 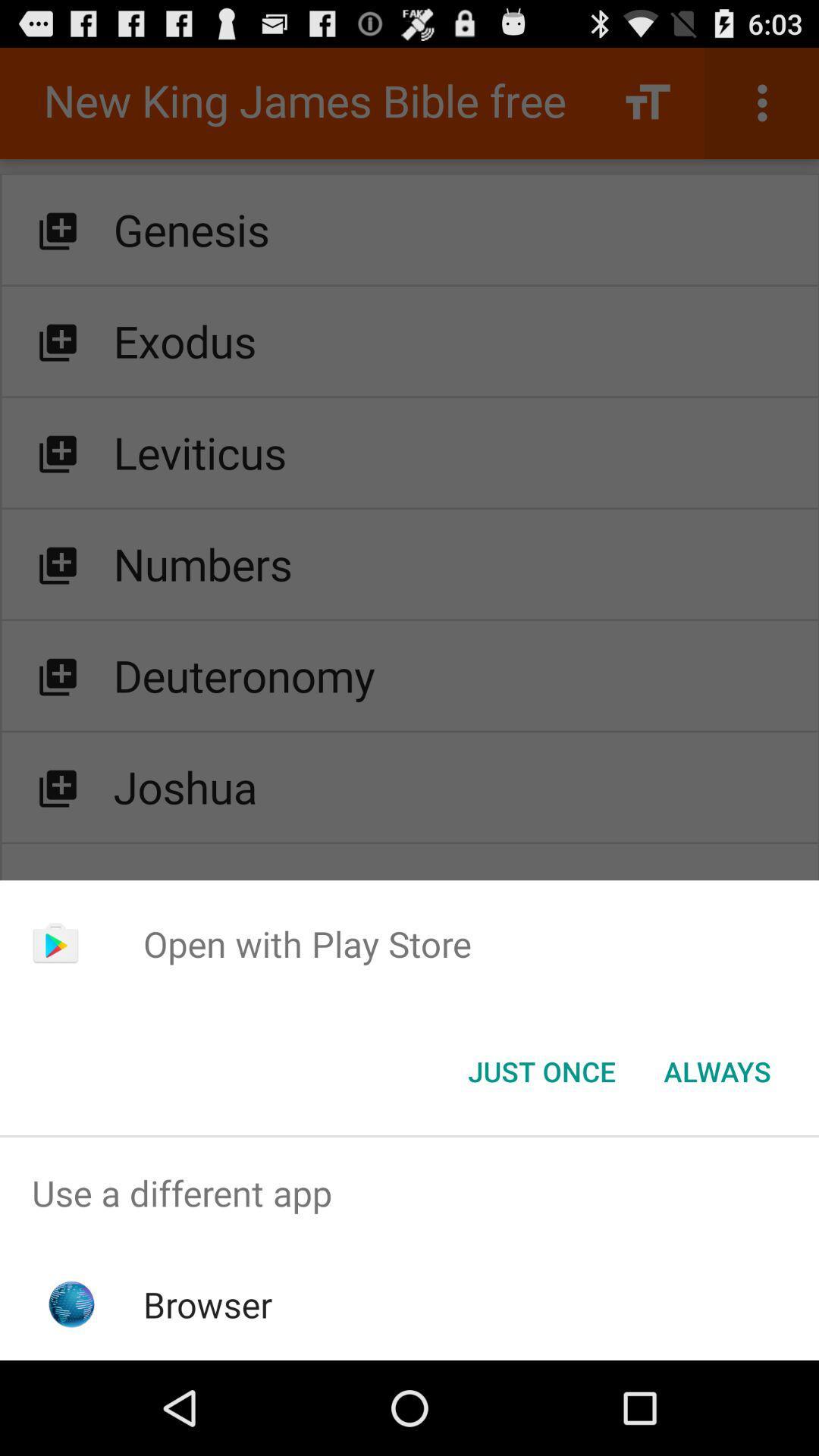 I want to click on item below the open with play item, so click(x=717, y=1070).